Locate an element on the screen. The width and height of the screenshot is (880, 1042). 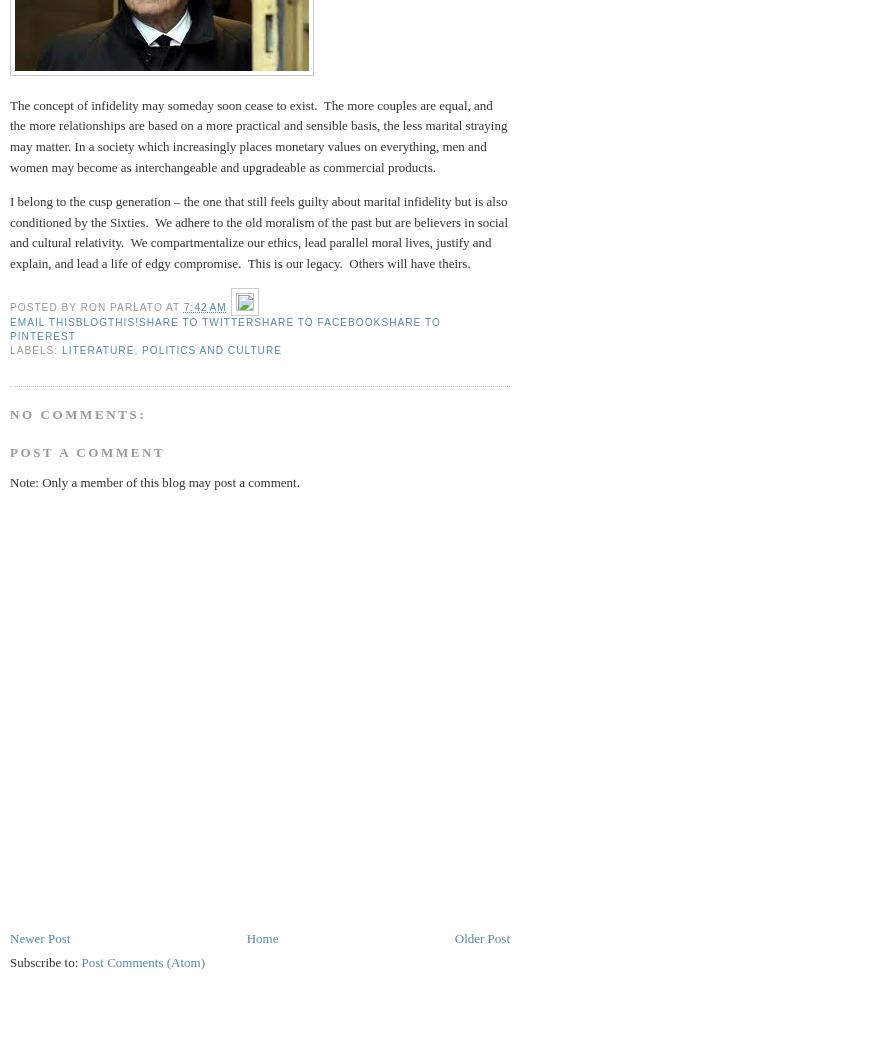
'Literature' is located at coordinates (62, 349).